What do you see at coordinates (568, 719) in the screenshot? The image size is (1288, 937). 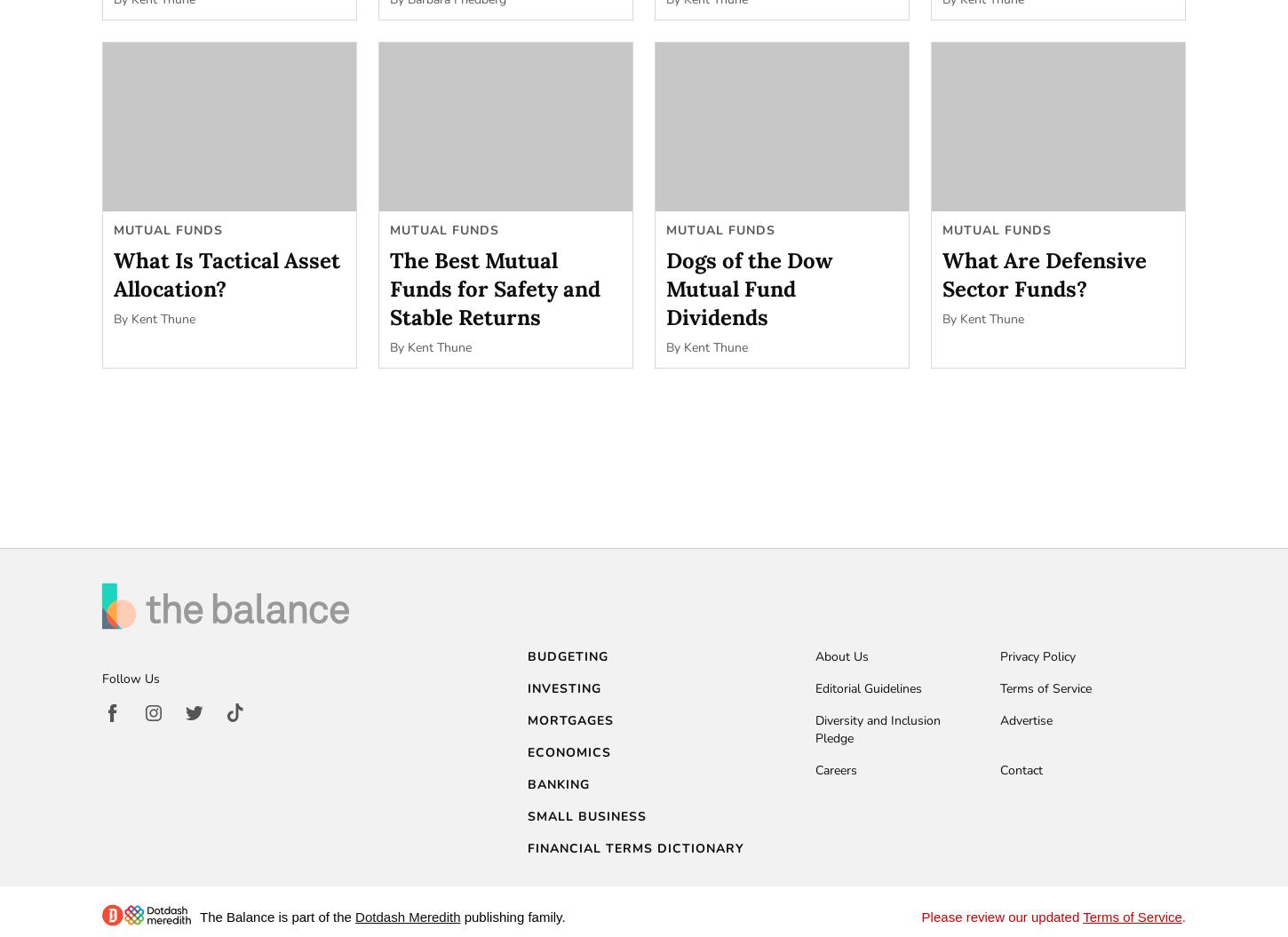 I see `'Mortgages'` at bounding box center [568, 719].